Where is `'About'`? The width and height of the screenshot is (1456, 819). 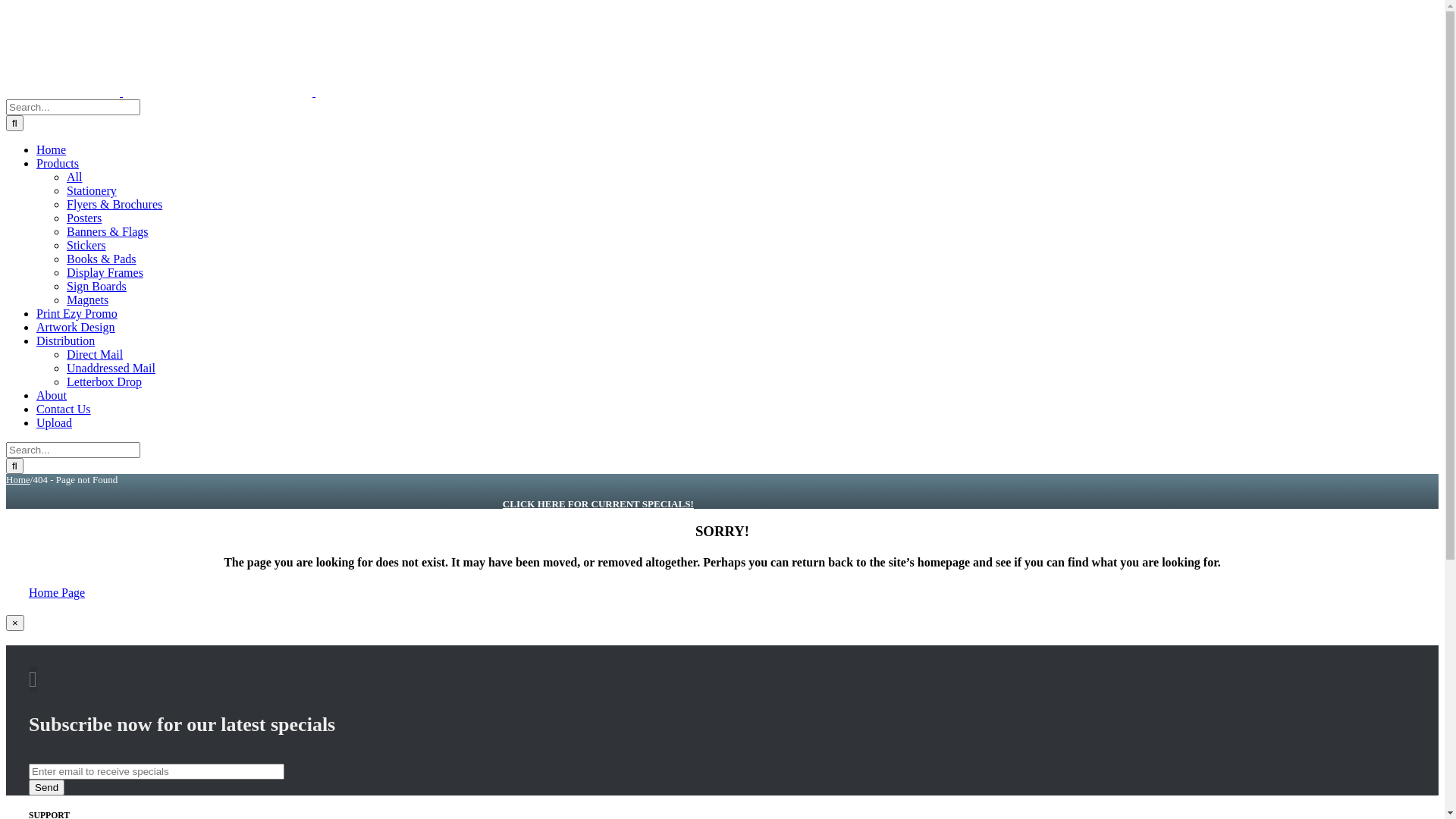
'About' is located at coordinates (51, 394).